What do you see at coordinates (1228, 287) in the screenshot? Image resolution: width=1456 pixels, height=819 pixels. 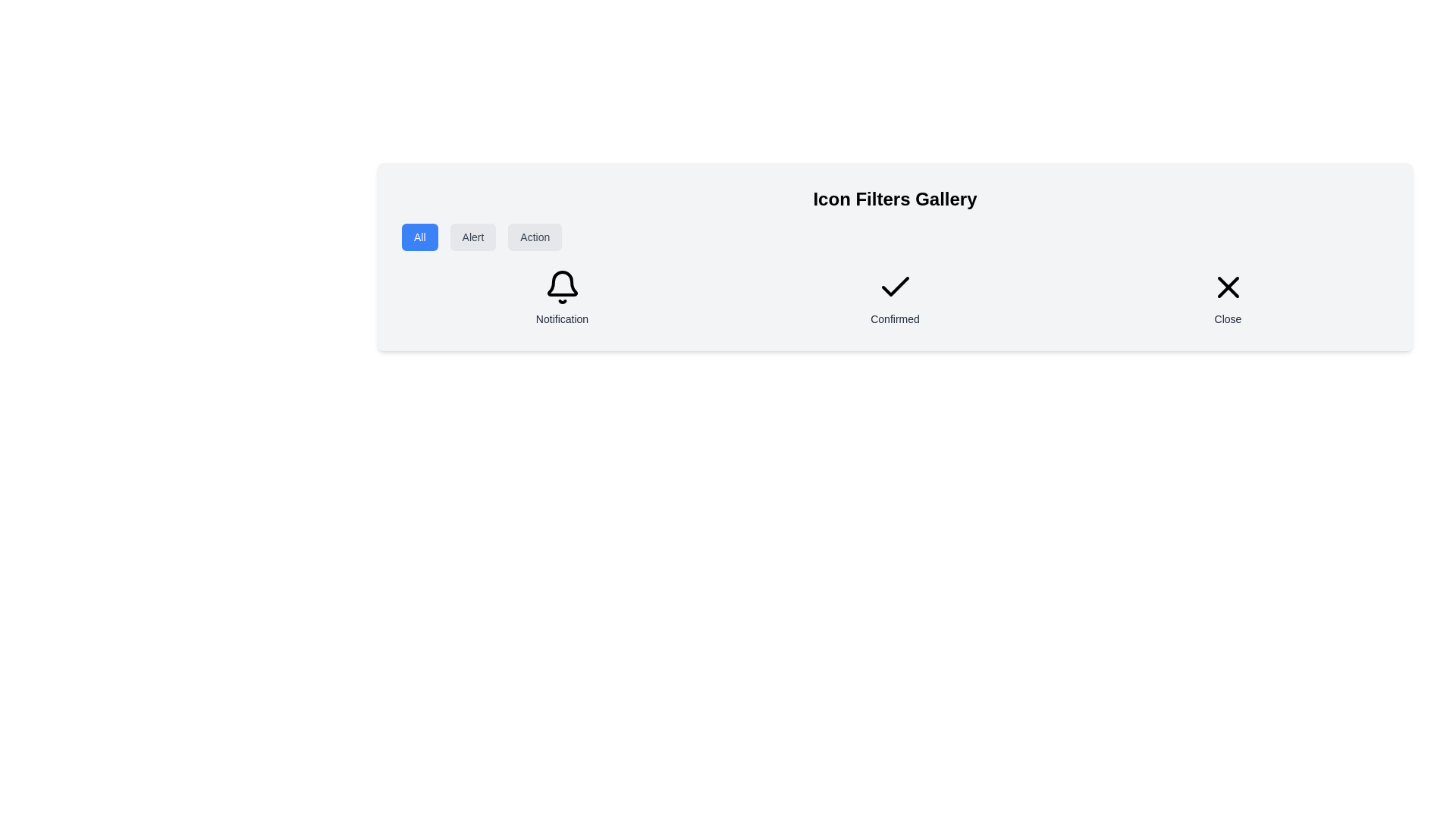 I see `the black close icon, which consists of two intersecting lines forming an 'X' symbol, located in the top-right of the card area` at bounding box center [1228, 287].